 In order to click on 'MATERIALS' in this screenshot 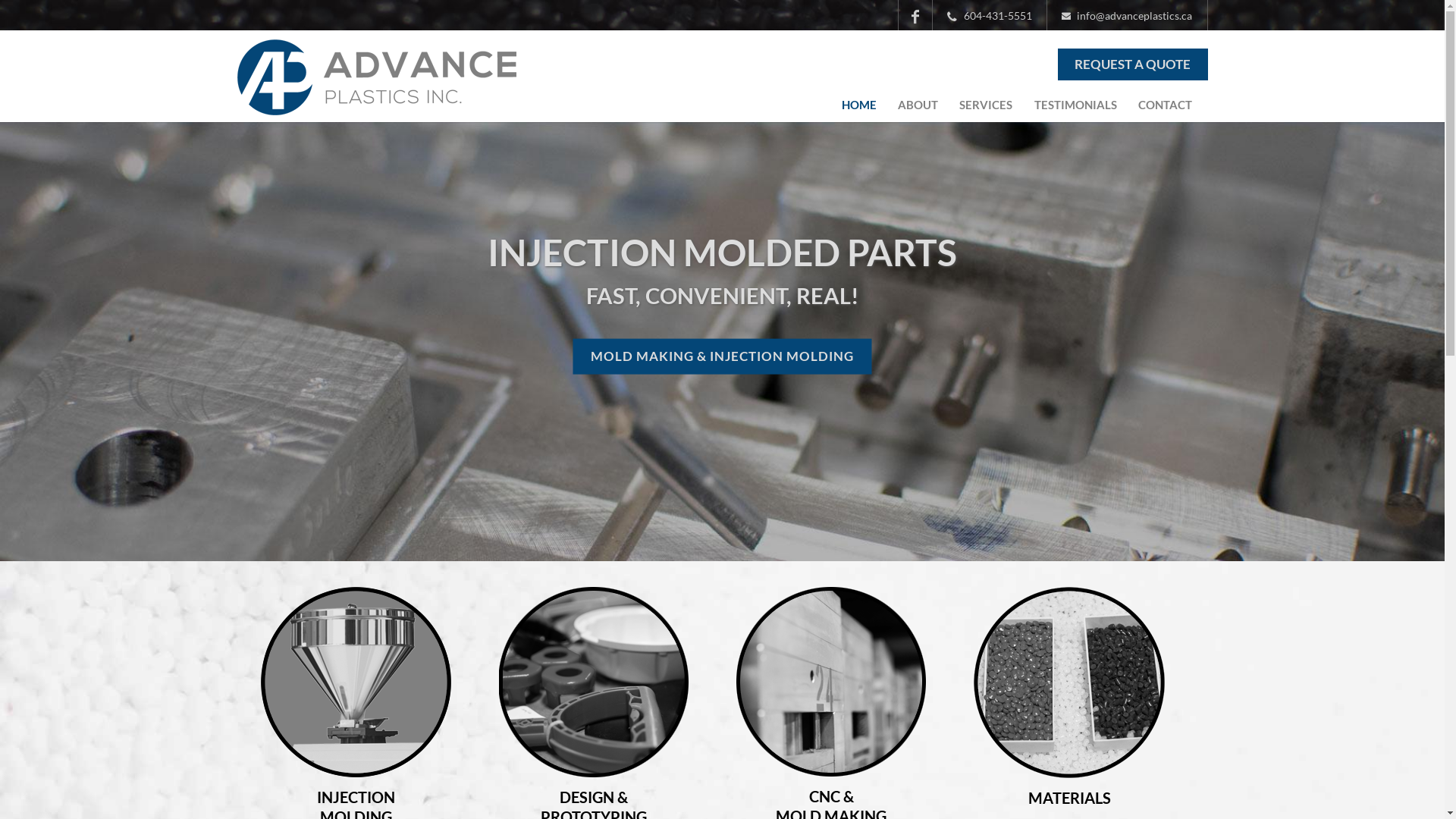, I will do `click(1028, 797)`.